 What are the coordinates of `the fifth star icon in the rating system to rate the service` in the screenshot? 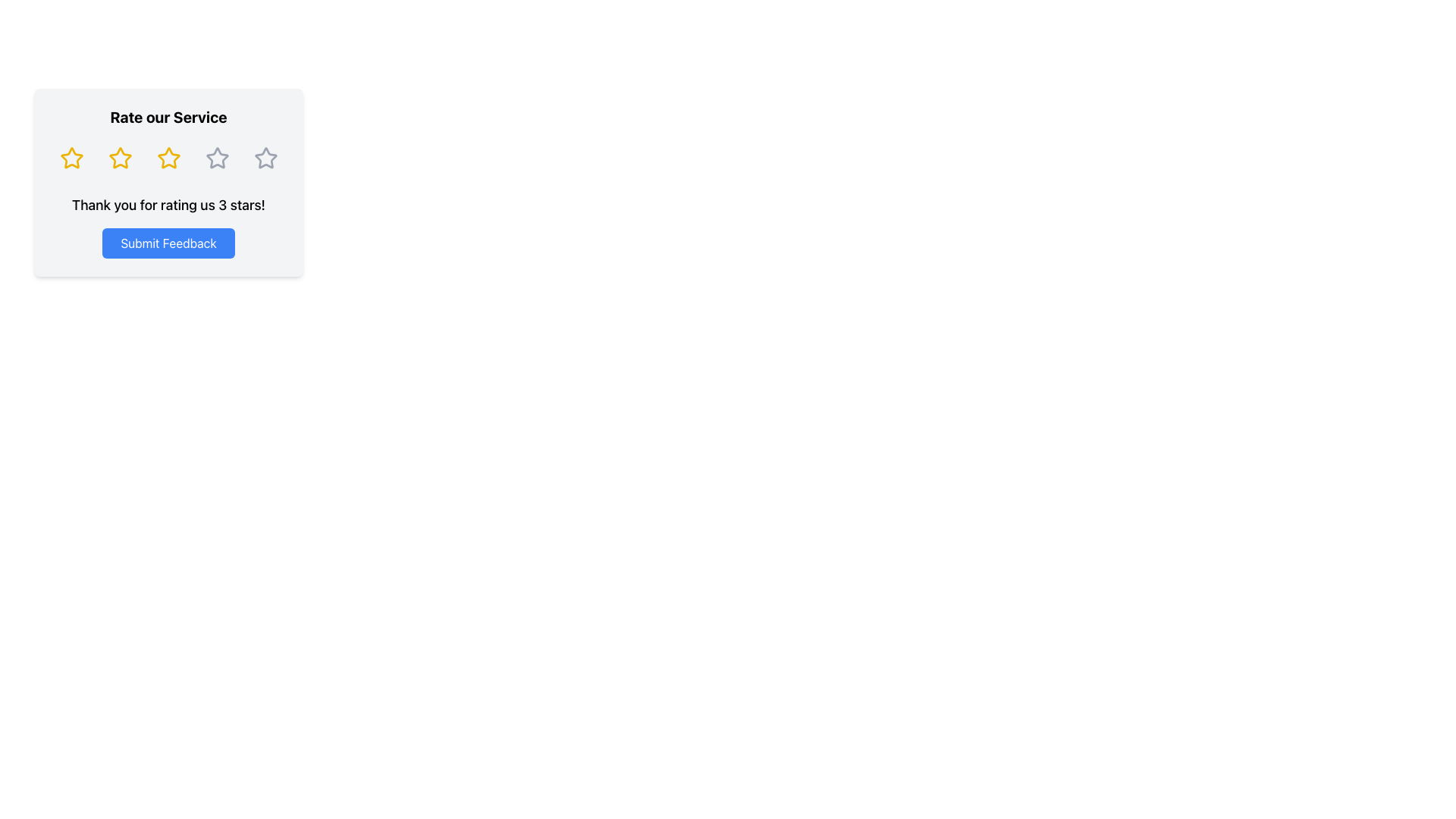 It's located at (265, 158).